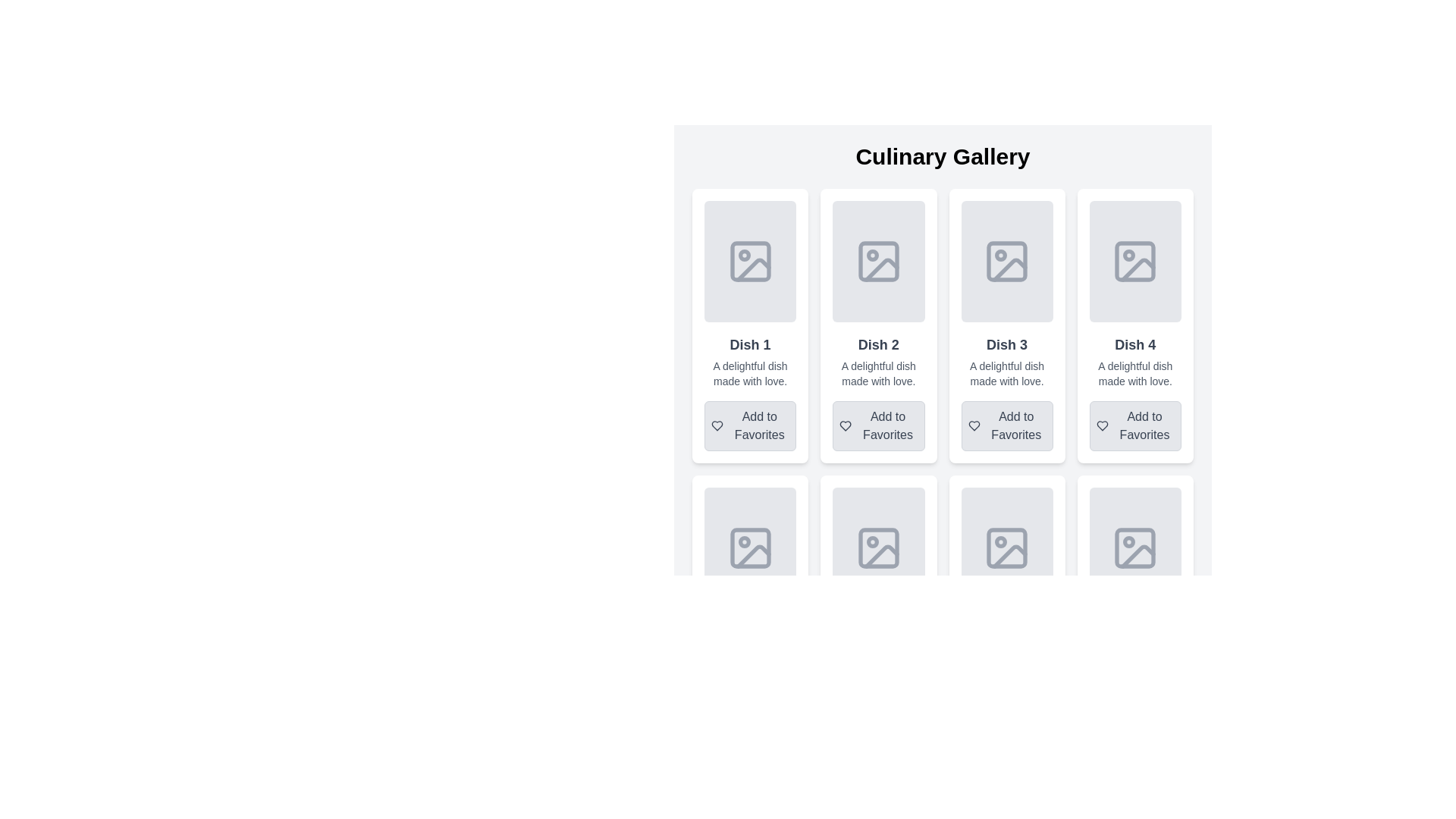 Image resolution: width=1456 pixels, height=819 pixels. Describe the element at coordinates (974, 426) in the screenshot. I see `the heart-shaped icon with a dark stroke outline, located to the left of the 'Add to Favorites' text under 'Dish 3' in the grid layout` at that location.